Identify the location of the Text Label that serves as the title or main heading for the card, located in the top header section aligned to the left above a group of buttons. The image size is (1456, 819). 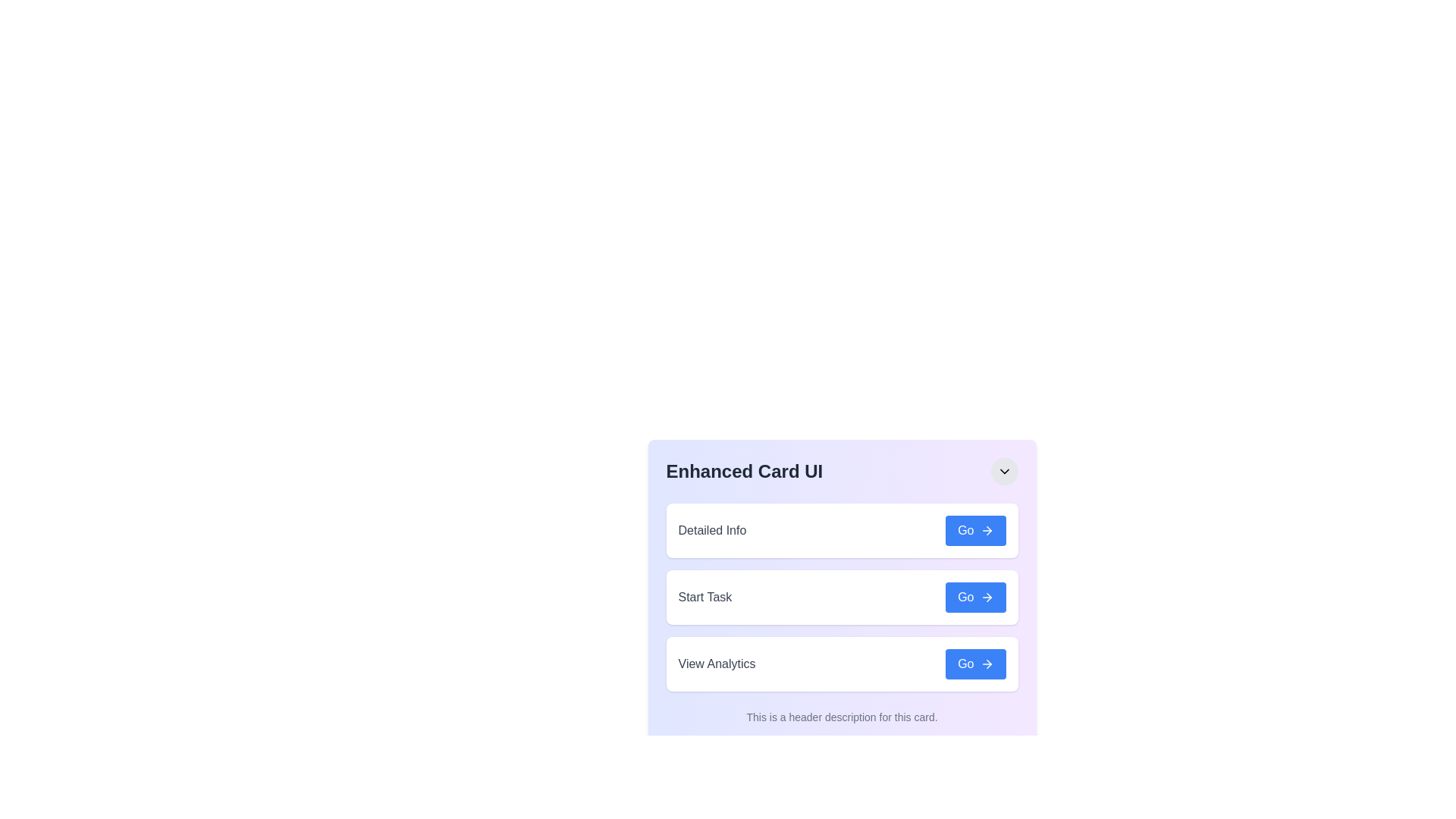
(744, 470).